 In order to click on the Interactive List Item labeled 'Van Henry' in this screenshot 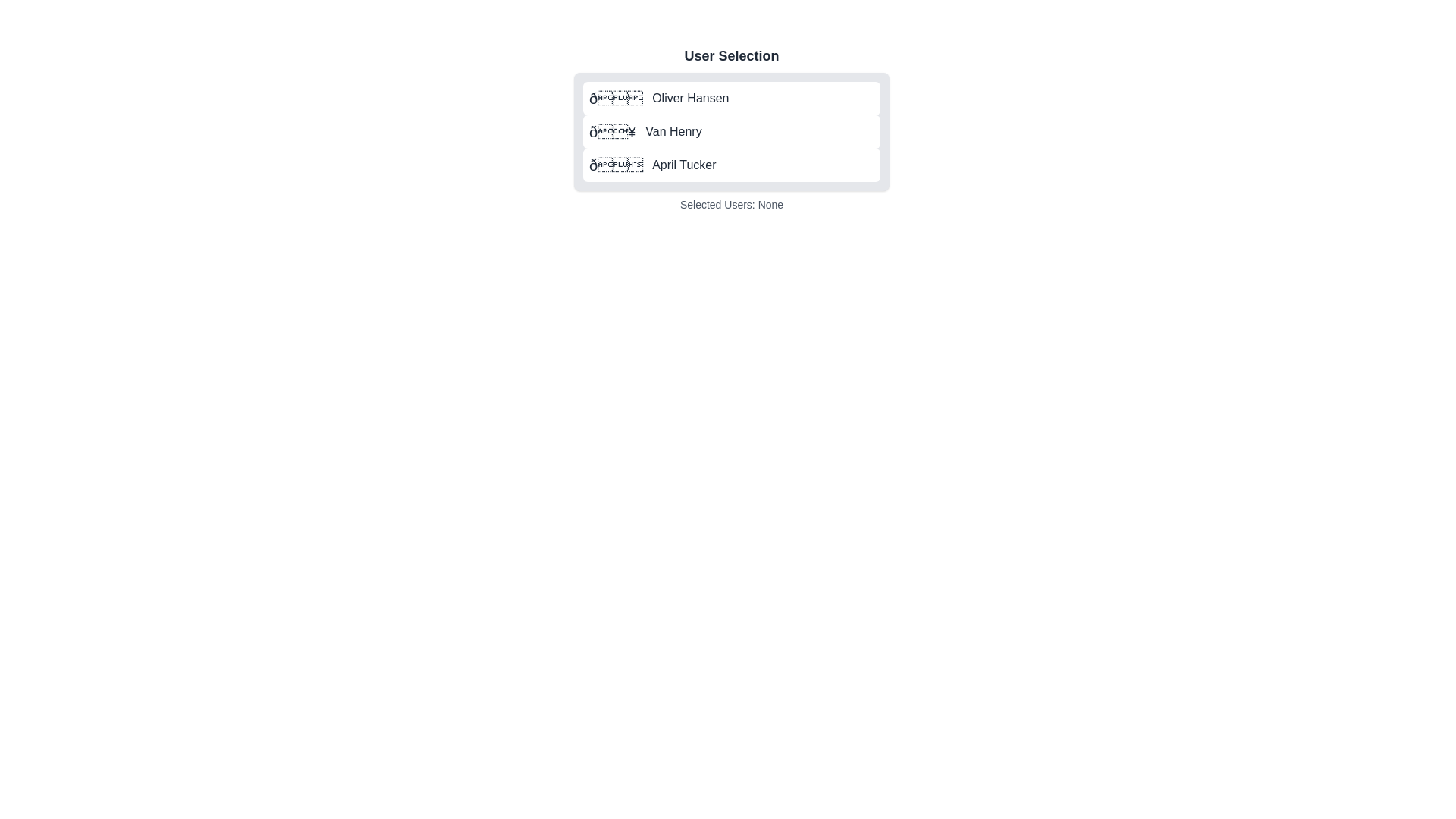, I will do `click(731, 127)`.